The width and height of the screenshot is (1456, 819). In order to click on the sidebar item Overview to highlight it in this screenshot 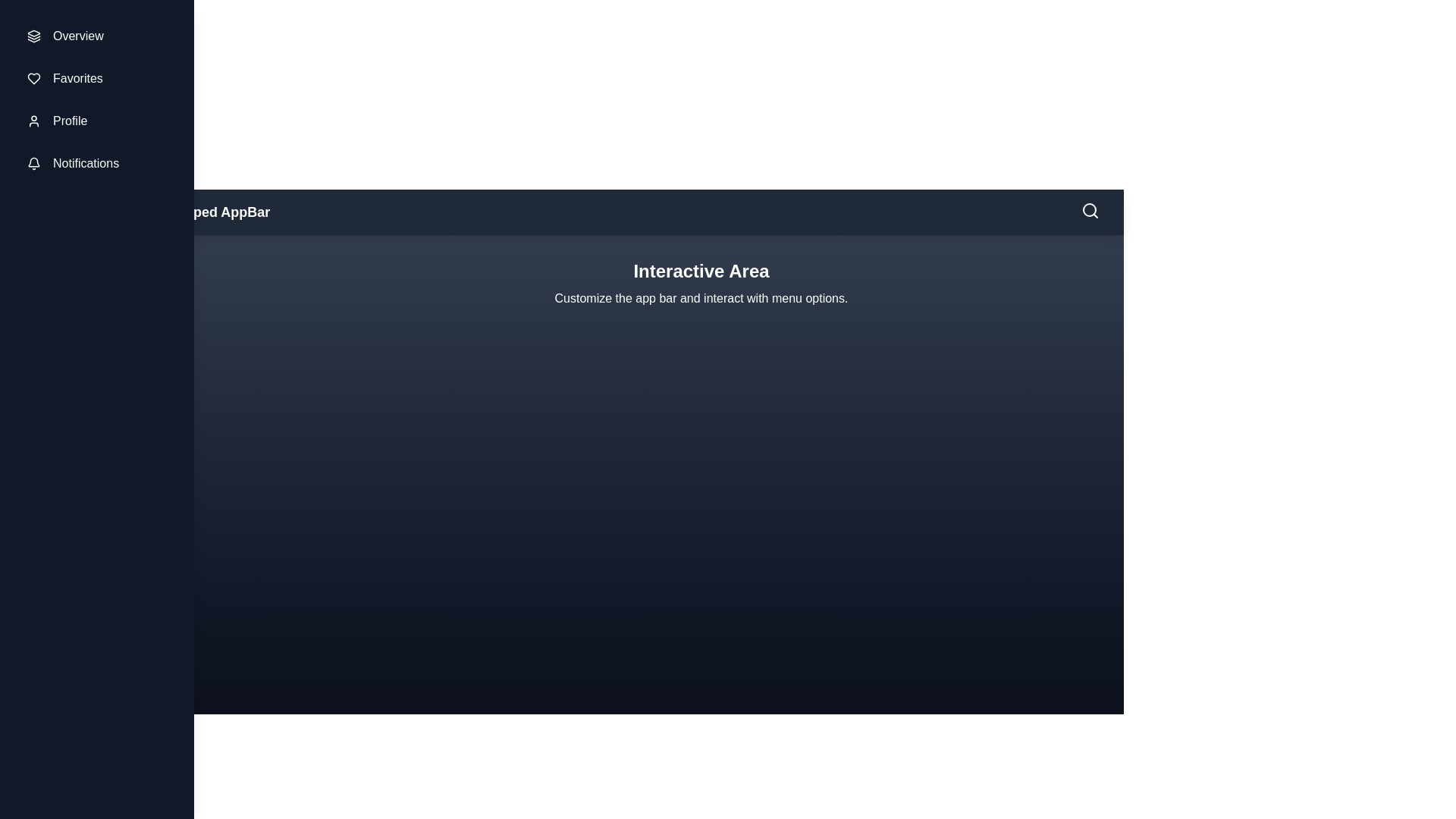, I will do `click(96, 35)`.